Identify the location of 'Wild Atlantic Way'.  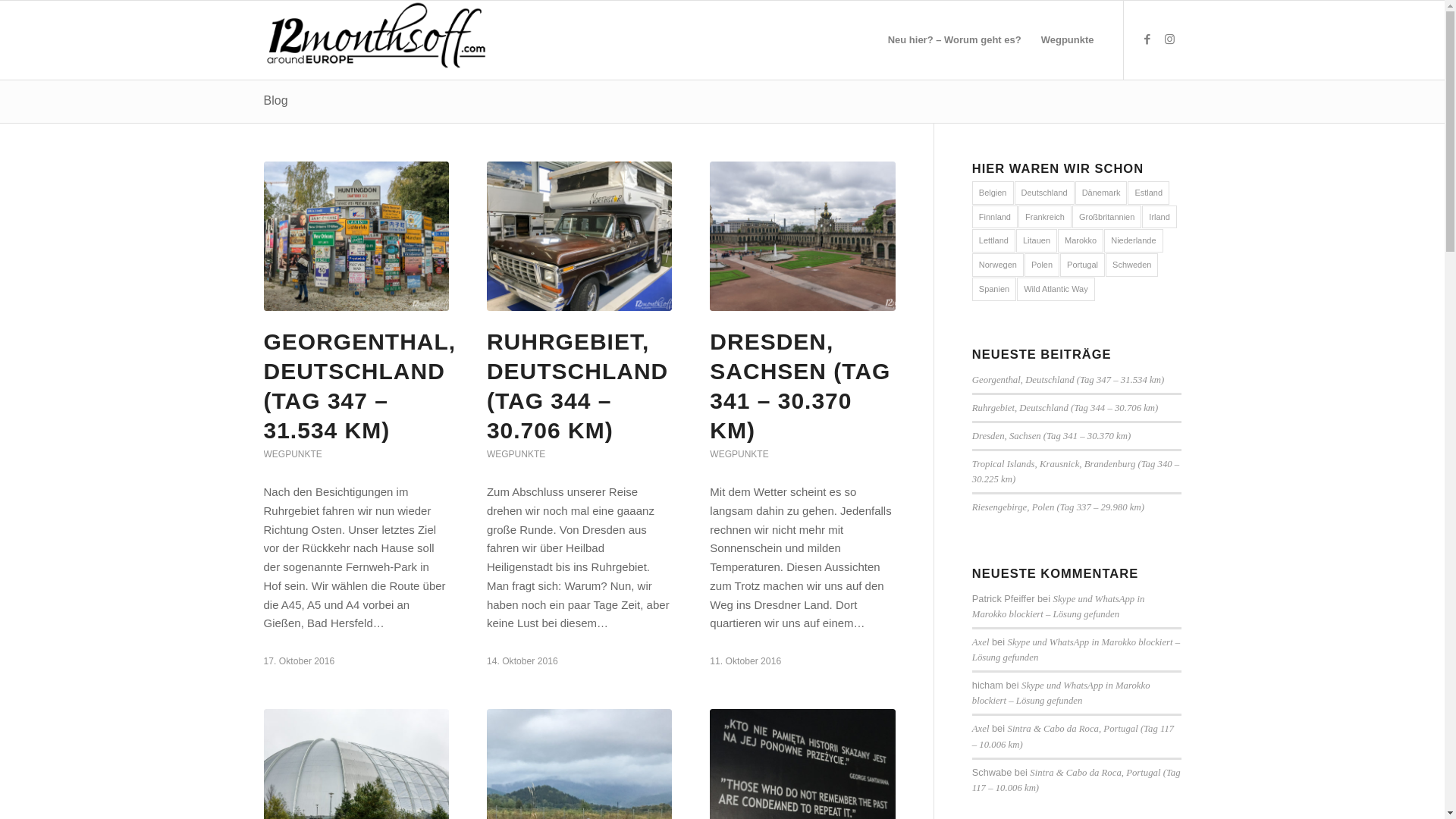
(1016, 289).